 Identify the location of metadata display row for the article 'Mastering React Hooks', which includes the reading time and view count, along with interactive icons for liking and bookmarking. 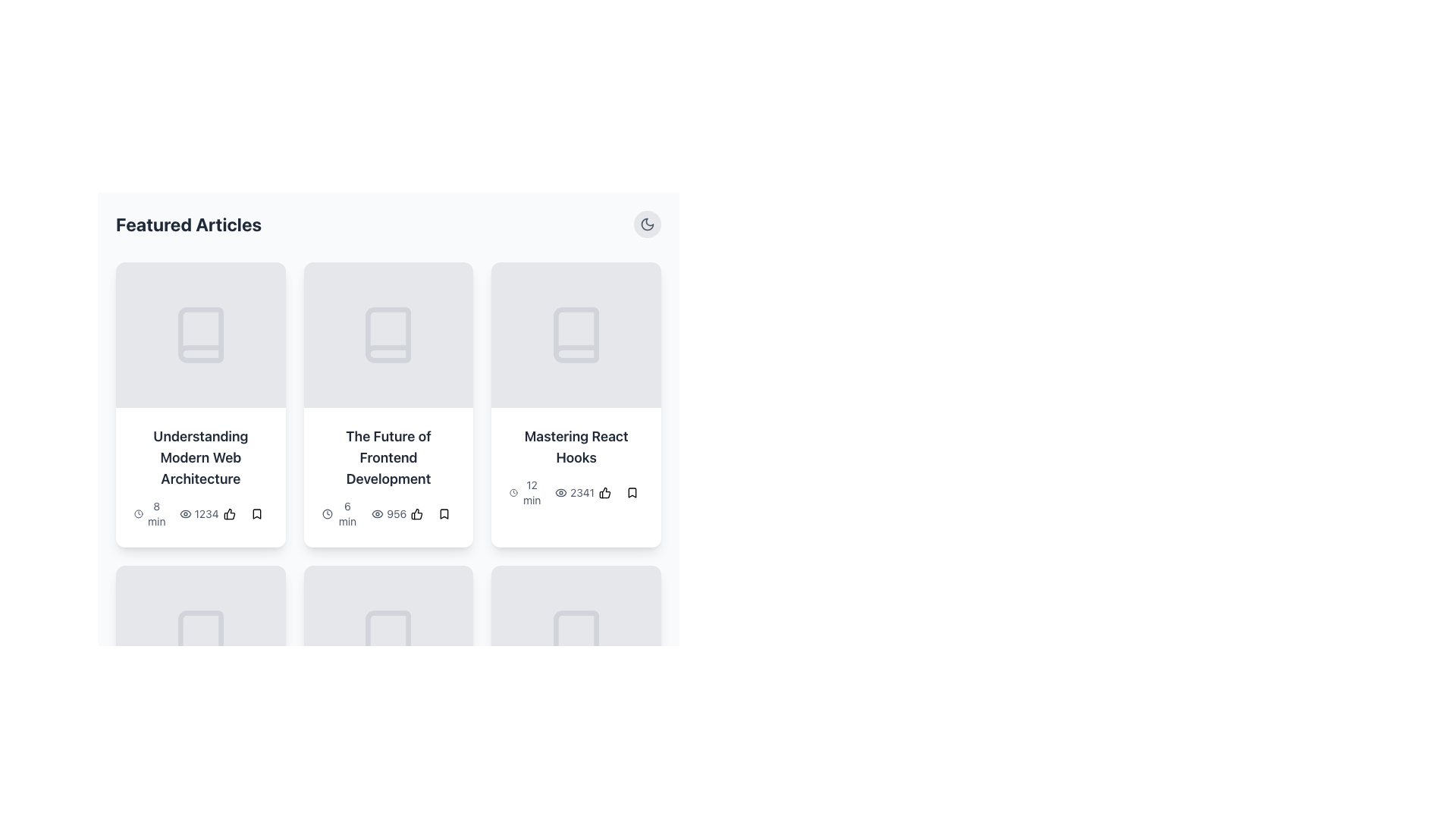
(576, 493).